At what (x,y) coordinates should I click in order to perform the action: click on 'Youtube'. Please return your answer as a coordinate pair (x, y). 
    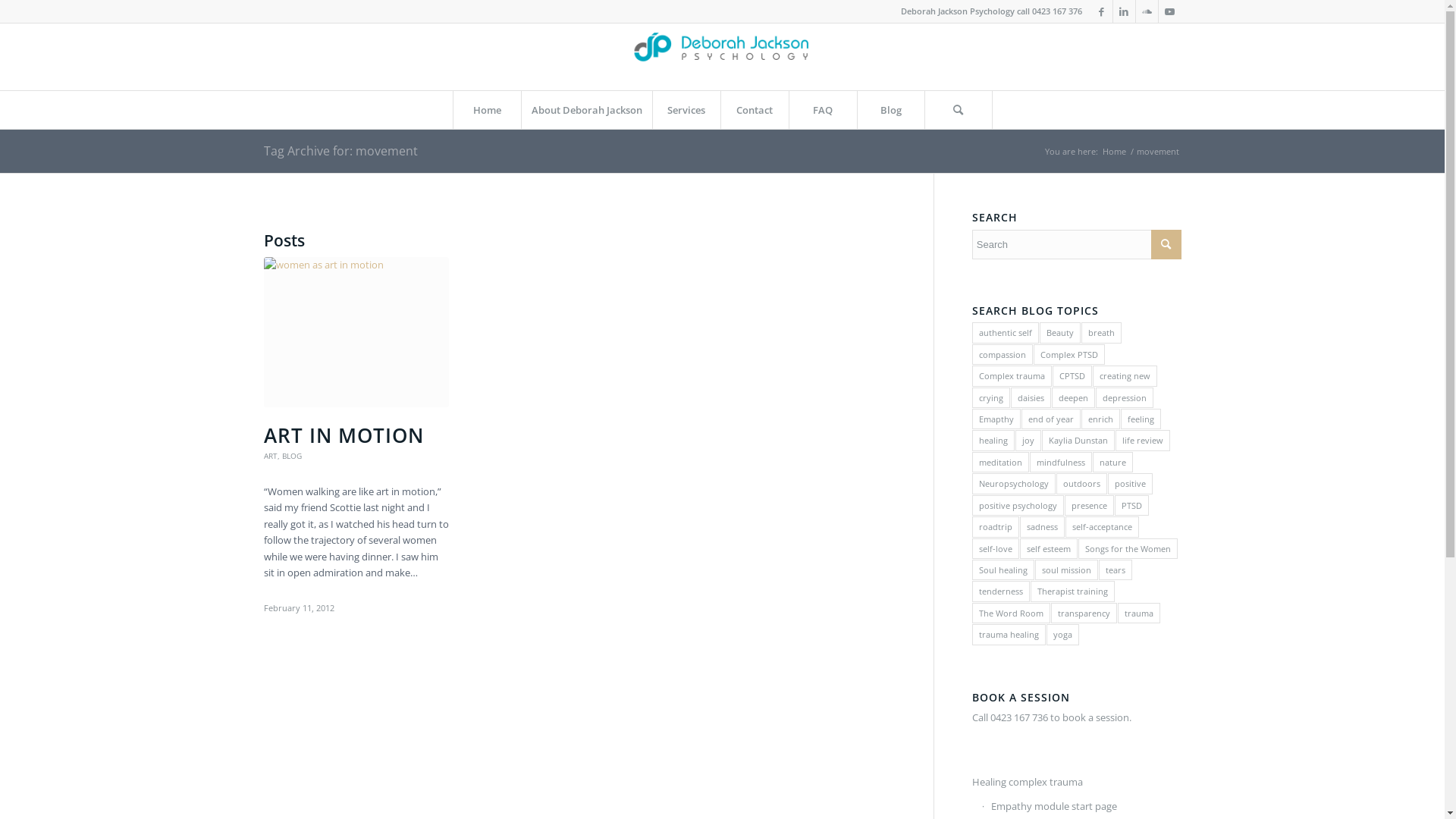
    Looking at the image, I should click on (1169, 11).